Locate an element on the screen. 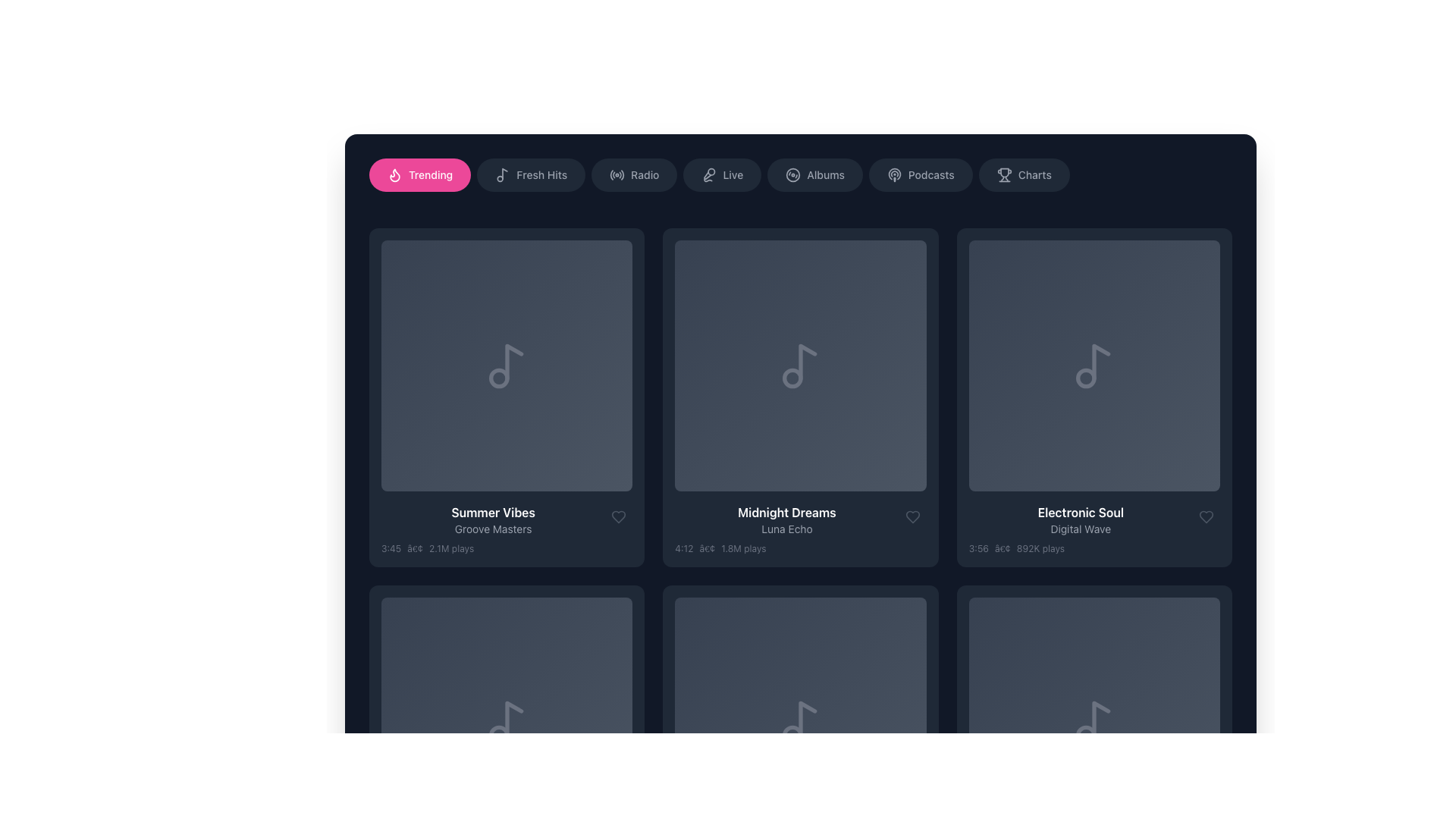 The image size is (1456, 819). the podcast category vector graphic icon in the navigation menu, located between the 'Albums' icon and the 'Podcasts' text label is located at coordinates (894, 173).